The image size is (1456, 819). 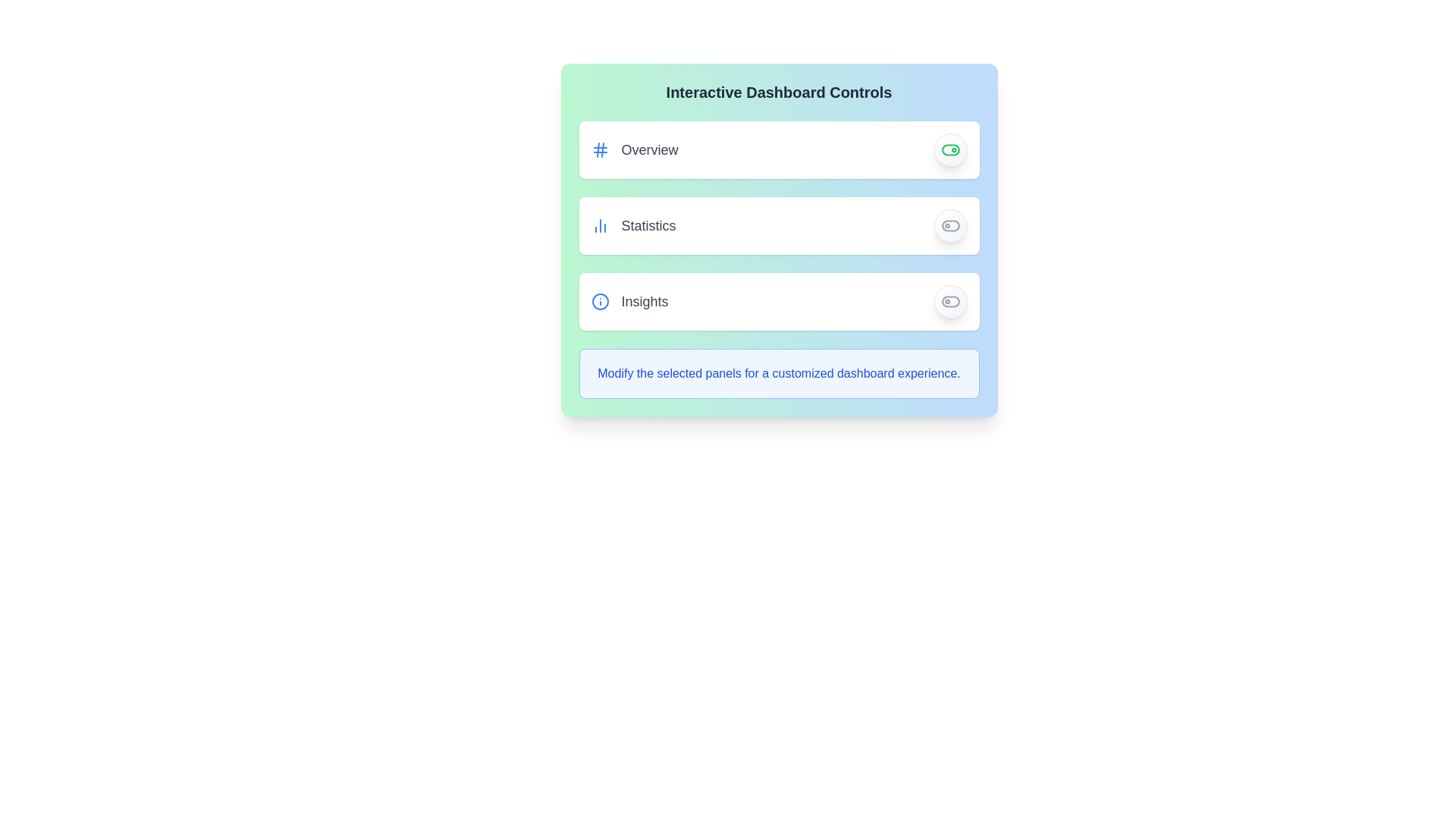 What do you see at coordinates (949, 225) in the screenshot?
I see `the toggle switch for 'Statistics'` at bounding box center [949, 225].